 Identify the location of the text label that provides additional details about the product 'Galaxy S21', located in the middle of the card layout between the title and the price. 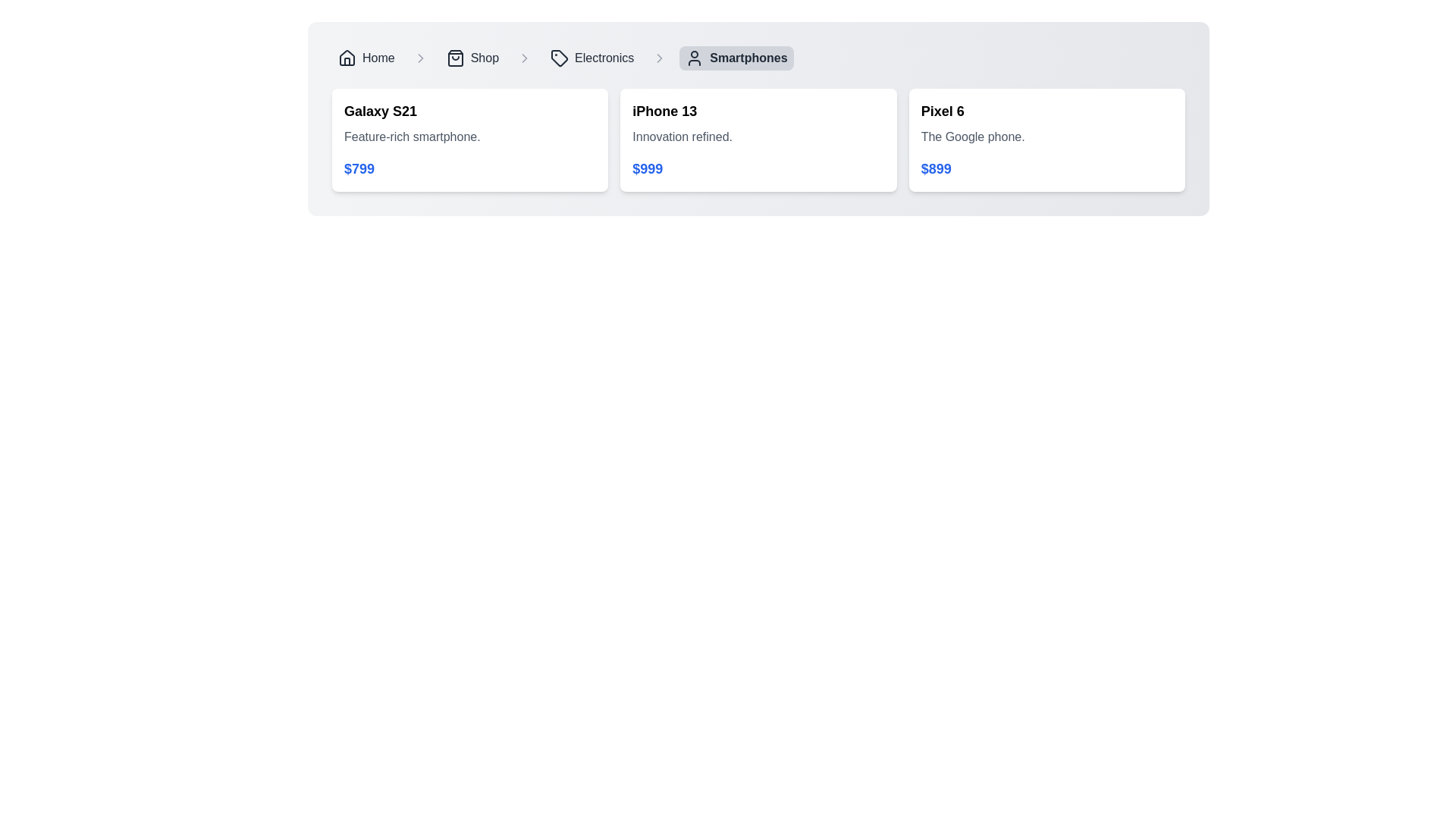
(412, 137).